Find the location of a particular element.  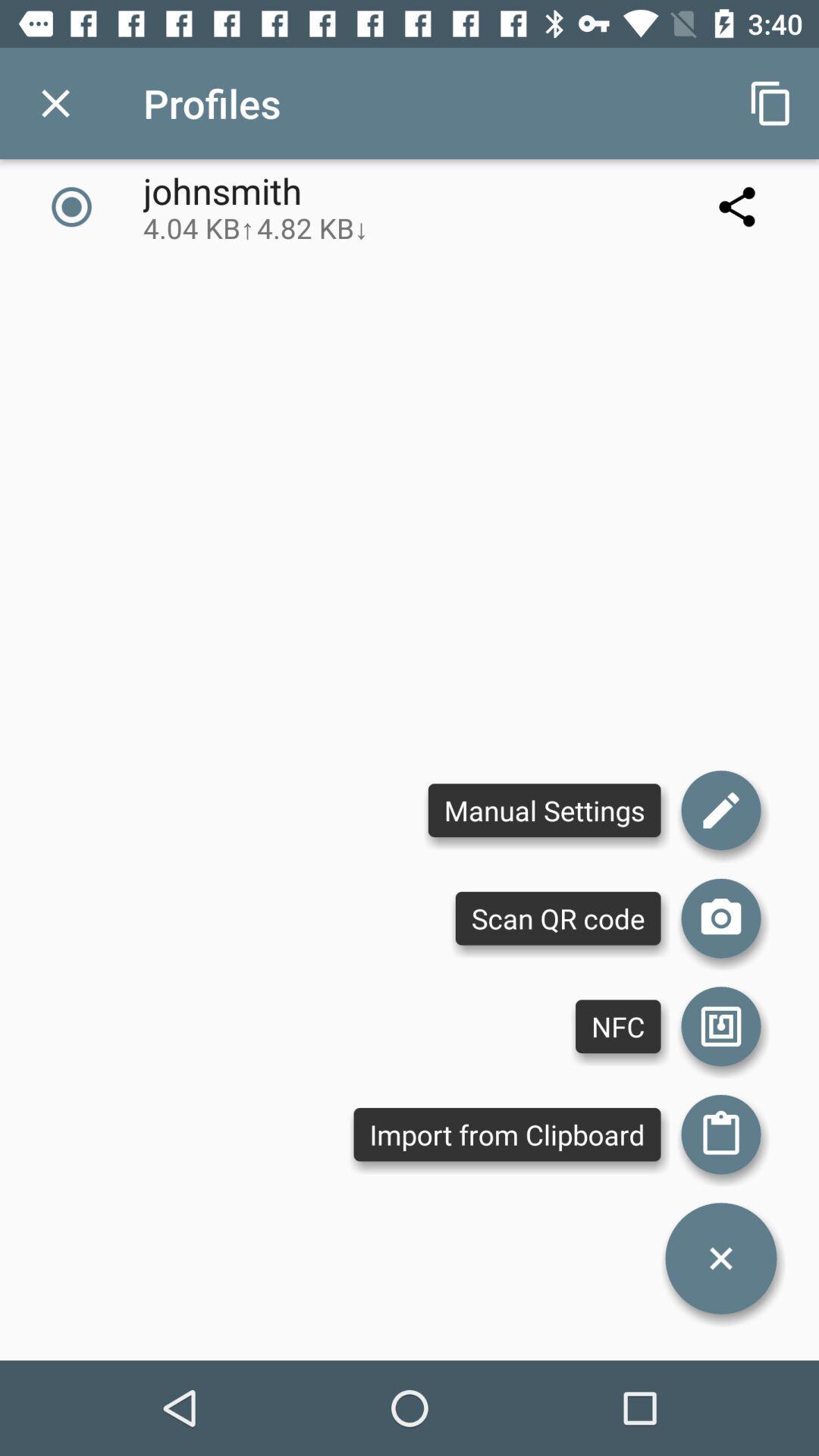

nfc menu is located at coordinates (720, 1026).